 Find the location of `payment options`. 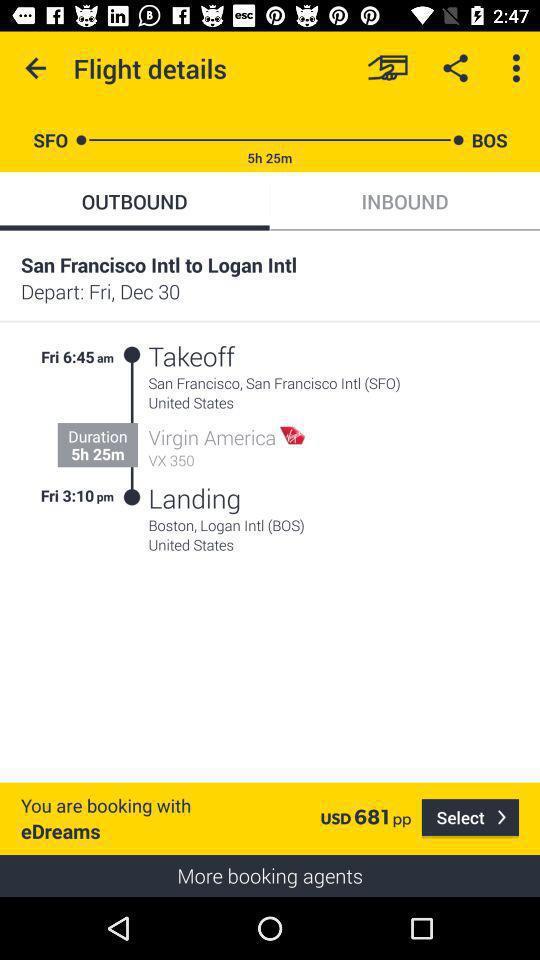

payment options is located at coordinates (387, 68).